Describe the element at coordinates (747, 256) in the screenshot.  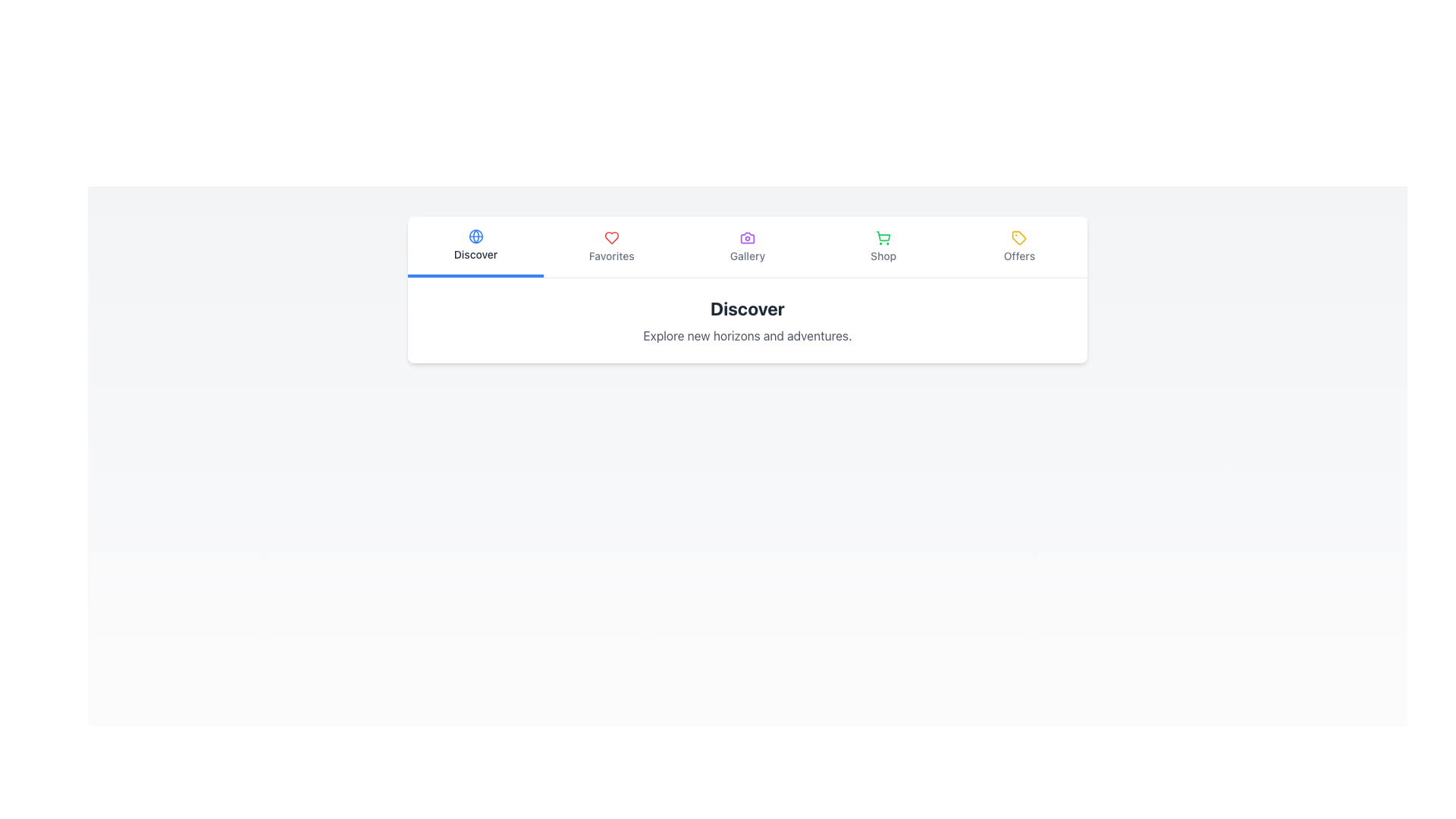
I see `the text label for the photo gallery, located as the third item in the top-center horizontal menu bar, between 'Favorites' and 'Shop', directly below the purple camera icon` at that location.